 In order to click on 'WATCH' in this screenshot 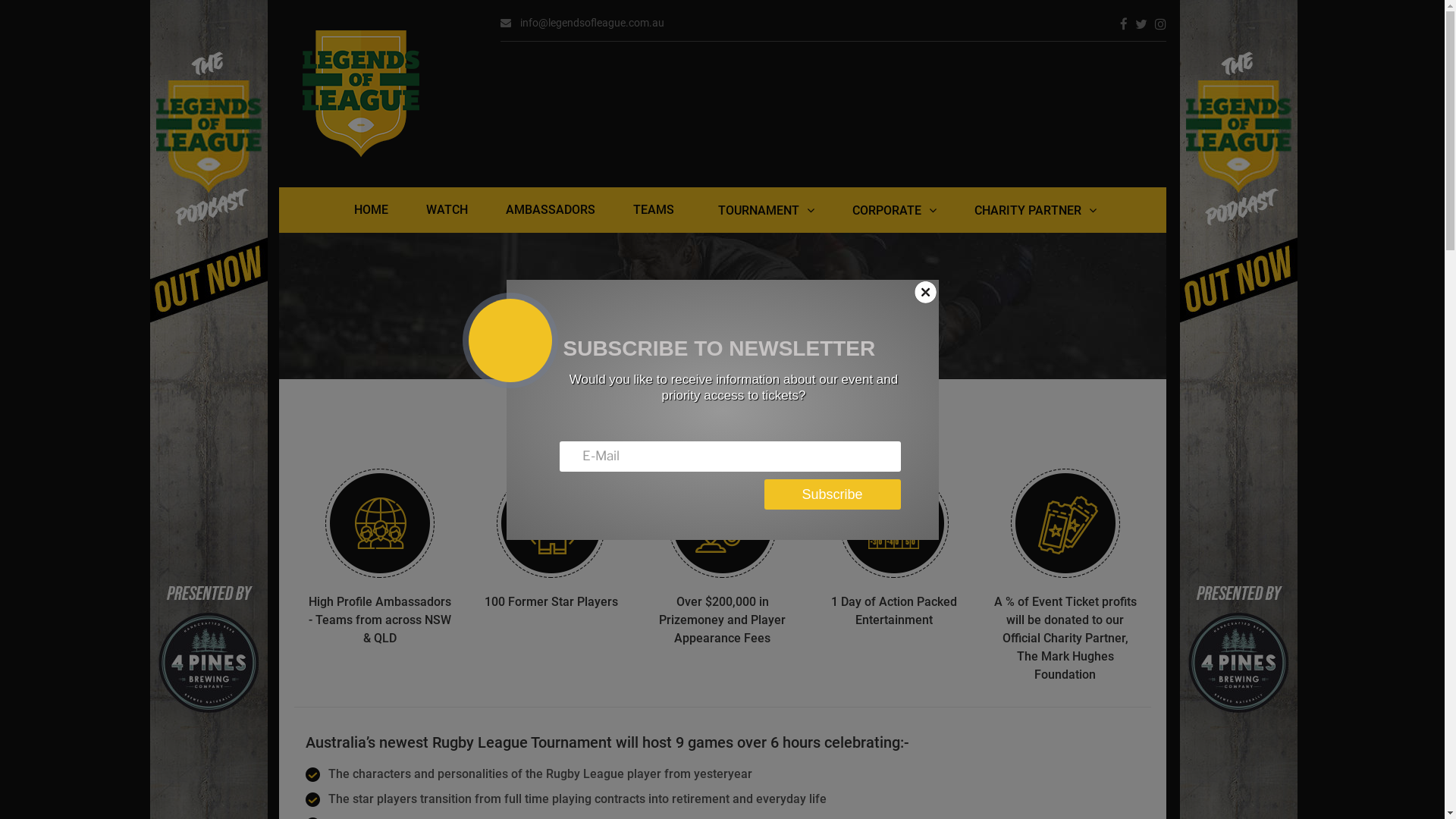, I will do `click(446, 210)`.